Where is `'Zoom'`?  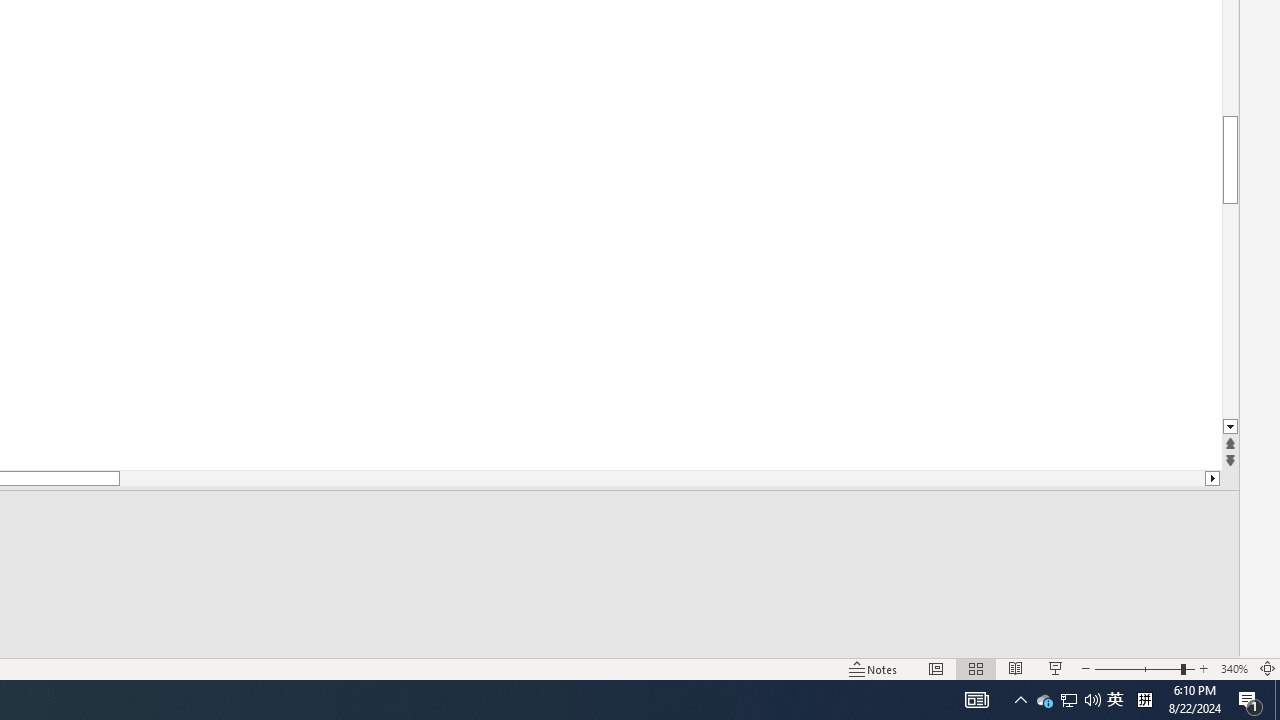 'Zoom' is located at coordinates (1144, 669).